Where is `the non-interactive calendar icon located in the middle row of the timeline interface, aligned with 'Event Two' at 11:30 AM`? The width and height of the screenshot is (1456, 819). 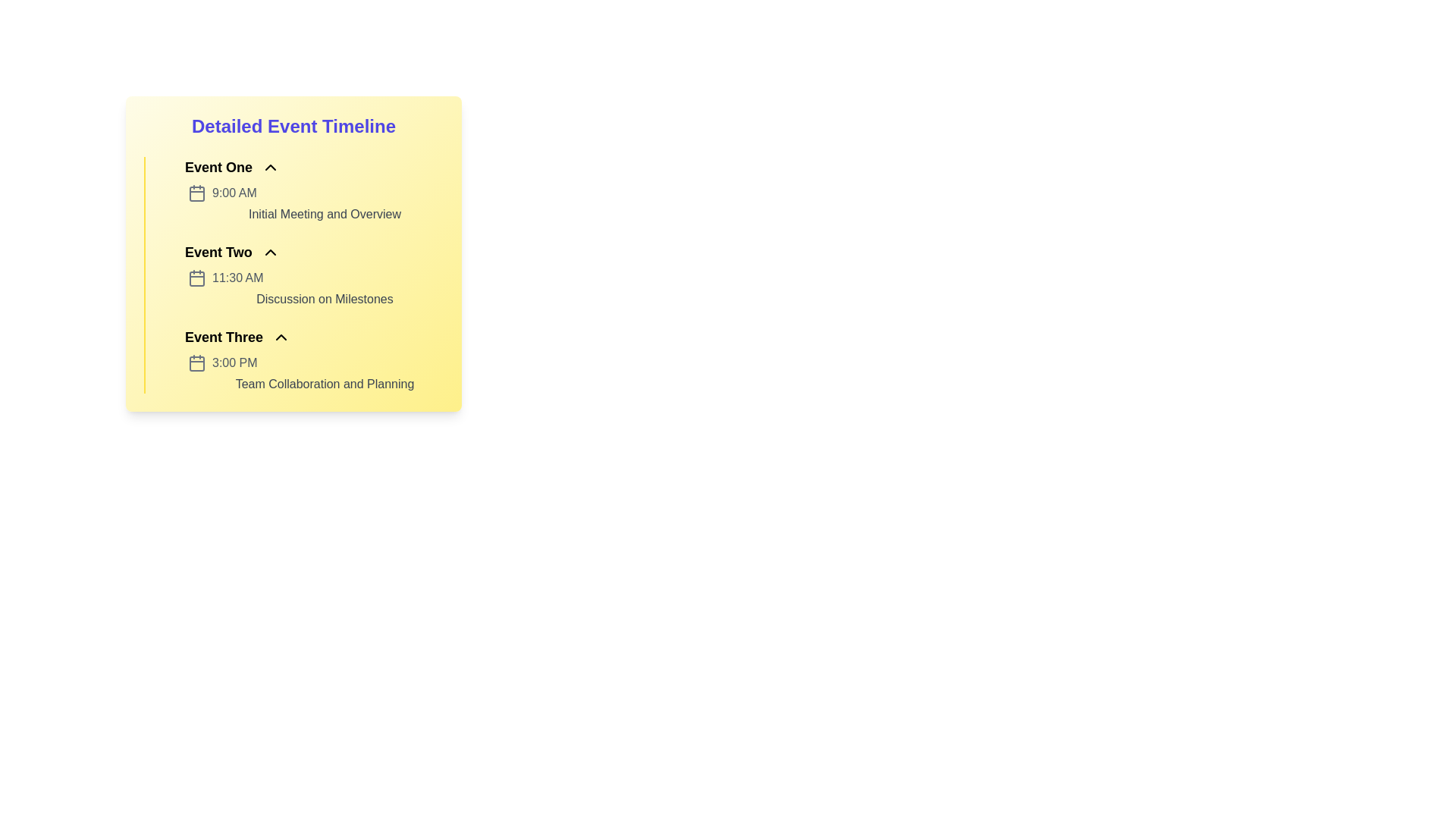 the non-interactive calendar icon located in the middle row of the timeline interface, aligned with 'Event Two' at 11:30 AM is located at coordinates (196, 278).